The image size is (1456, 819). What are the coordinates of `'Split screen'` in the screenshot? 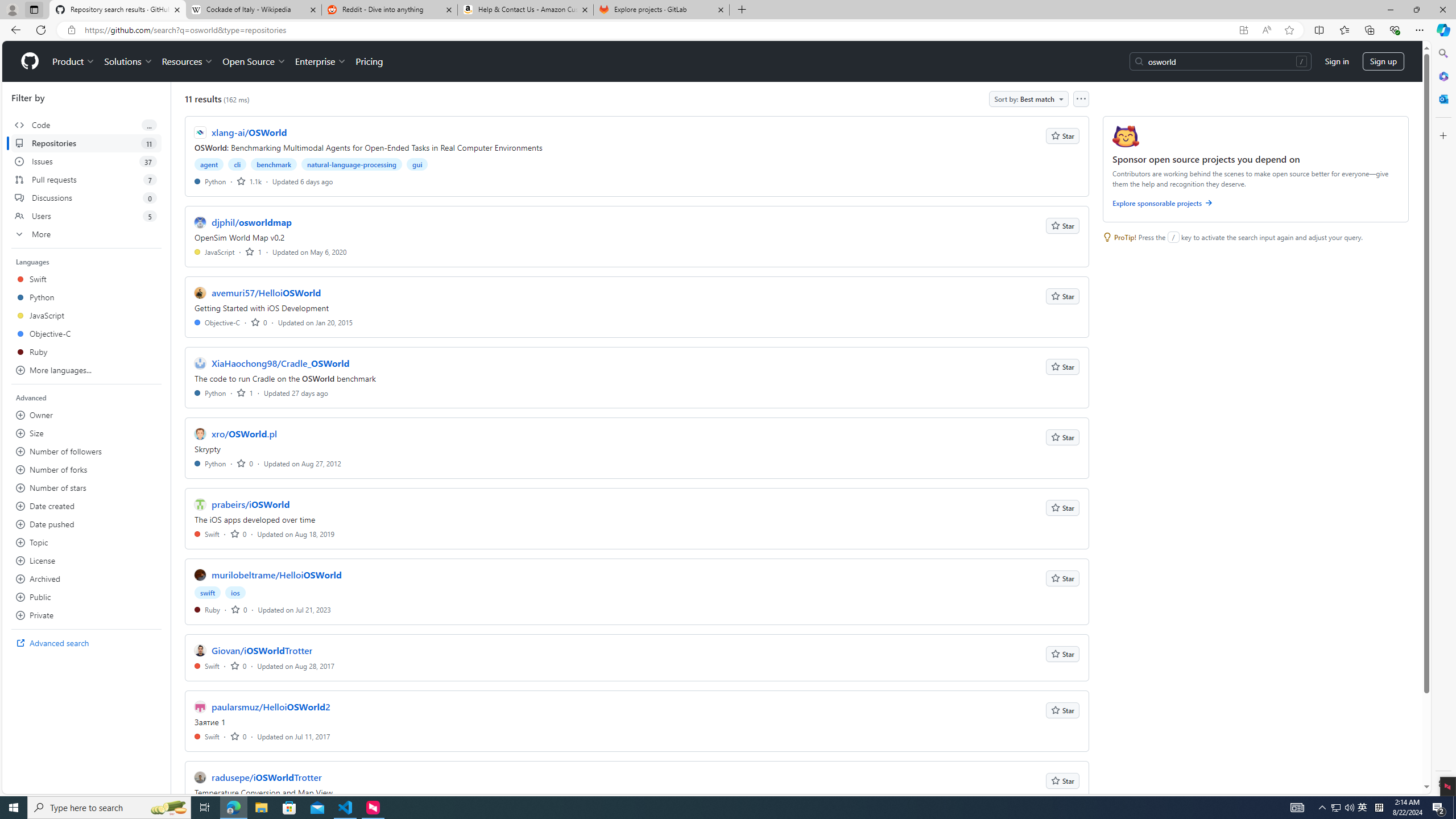 It's located at (1319, 29).